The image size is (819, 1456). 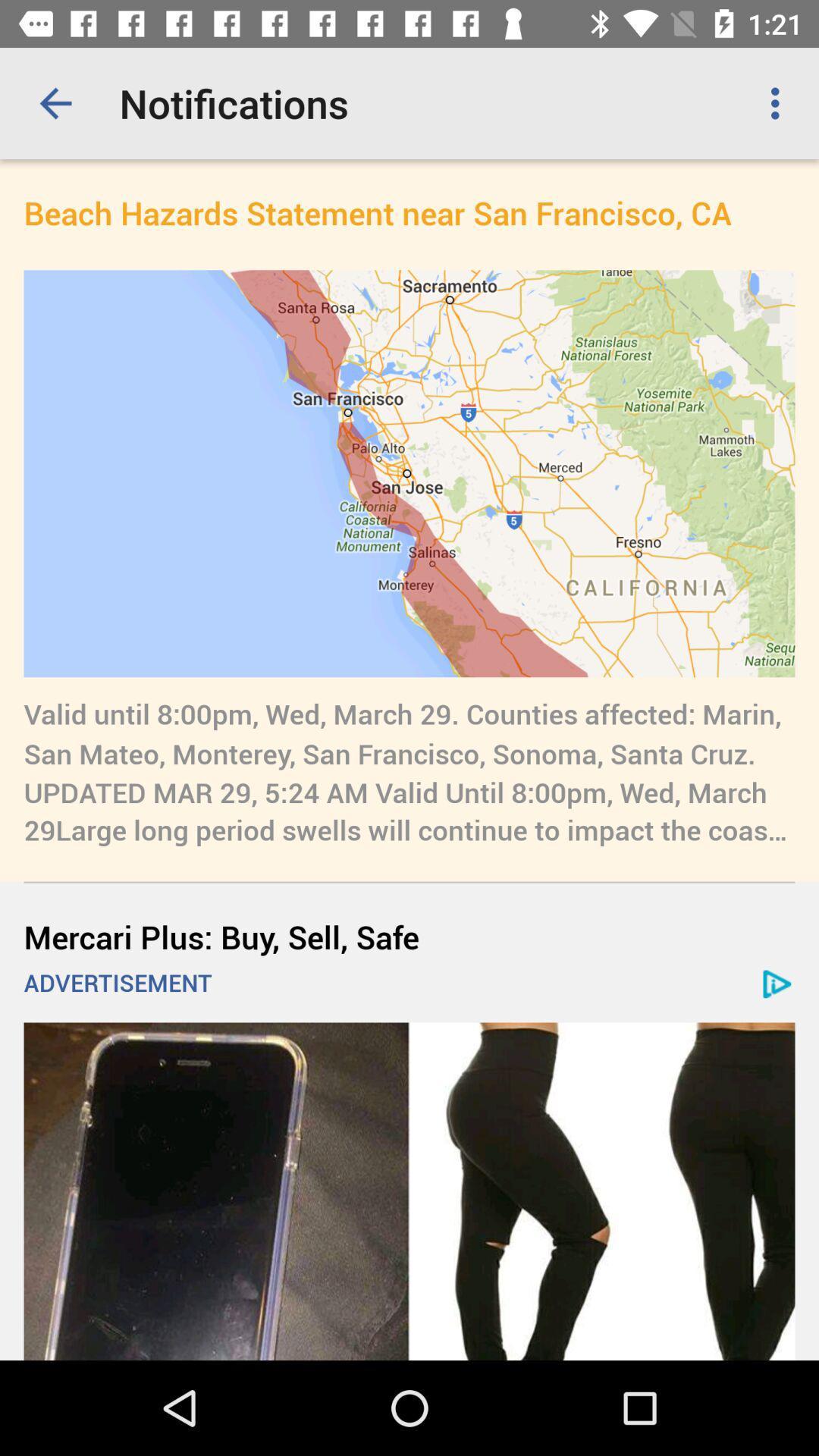 What do you see at coordinates (409, 1191) in the screenshot?
I see `advertisement page` at bounding box center [409, 1191].